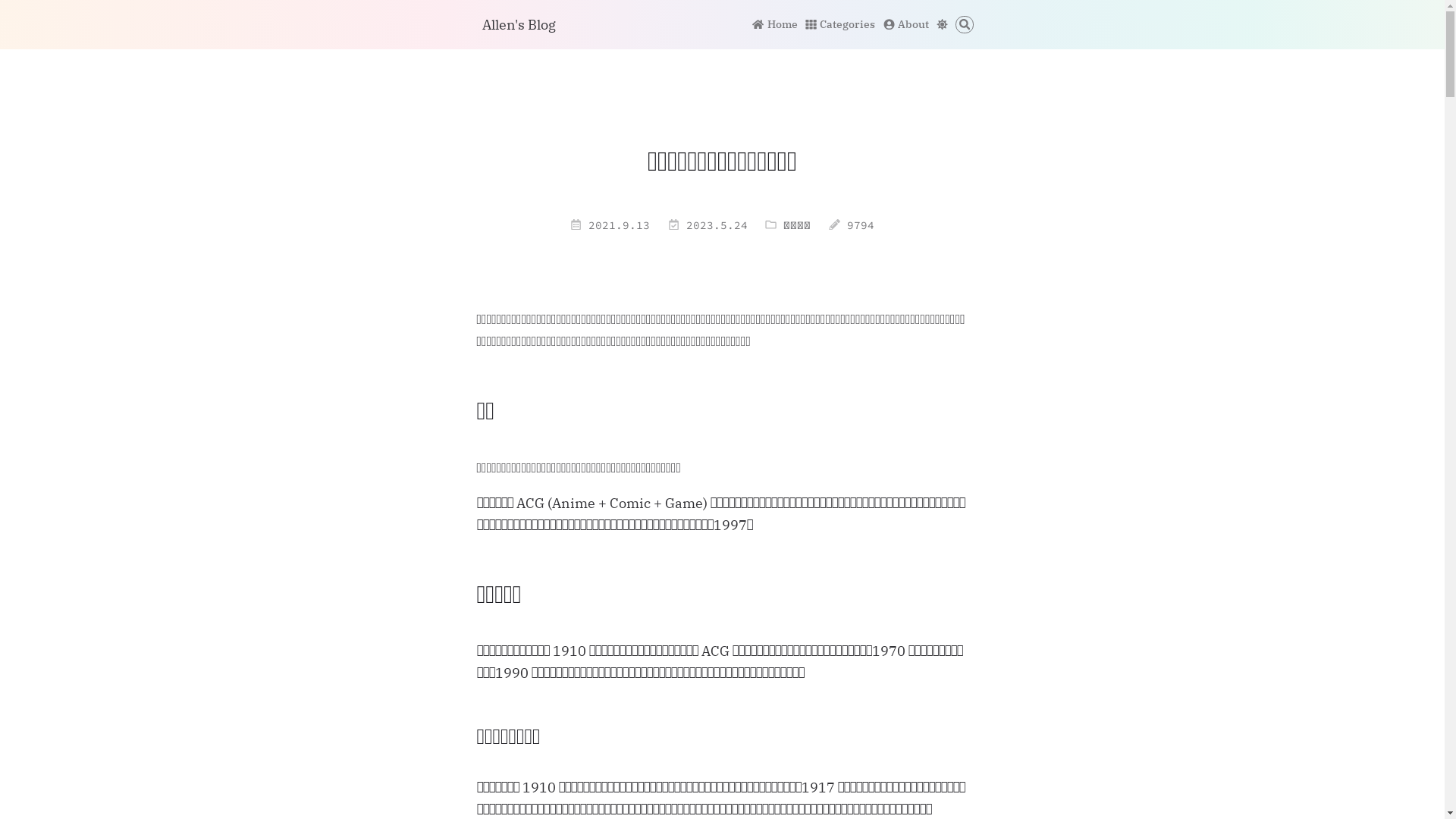 The image size is (1456, 819). Describe the element at coordinates (519, 24) in the screenshot. I see `'Allen's Blog'` at that location.